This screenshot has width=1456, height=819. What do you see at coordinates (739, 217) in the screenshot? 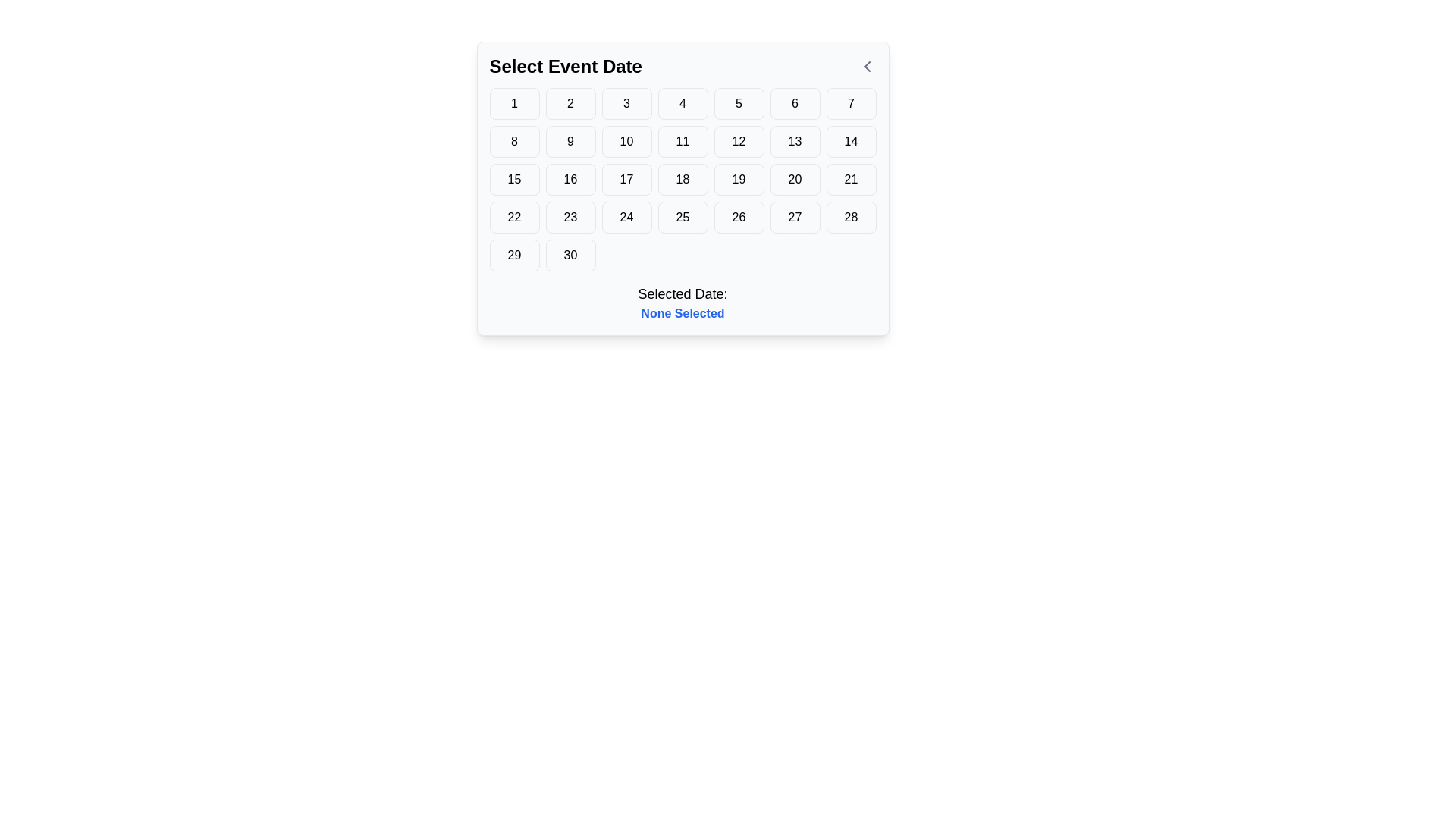
I see `the button representing the 26th day in the calendar interface` at bounding box center [739, 217].